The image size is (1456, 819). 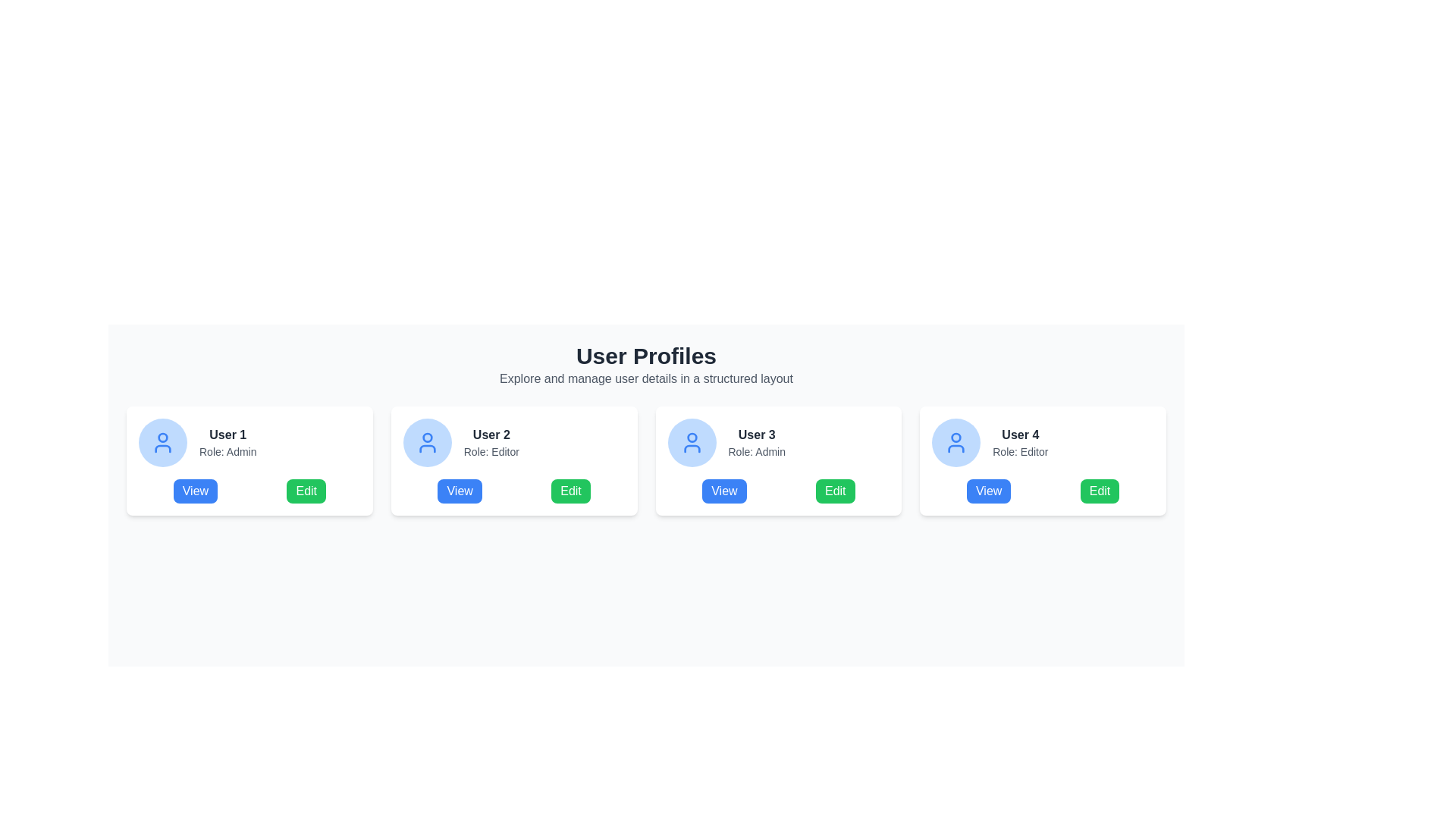 What do you see at coordinates (426, 438) in the screenshot?
I see `user avatar icon represented by the circular part within the SVG, located in the second user card from the left in the row of user profiles, using developer tools` at bounding box center [426, 438].